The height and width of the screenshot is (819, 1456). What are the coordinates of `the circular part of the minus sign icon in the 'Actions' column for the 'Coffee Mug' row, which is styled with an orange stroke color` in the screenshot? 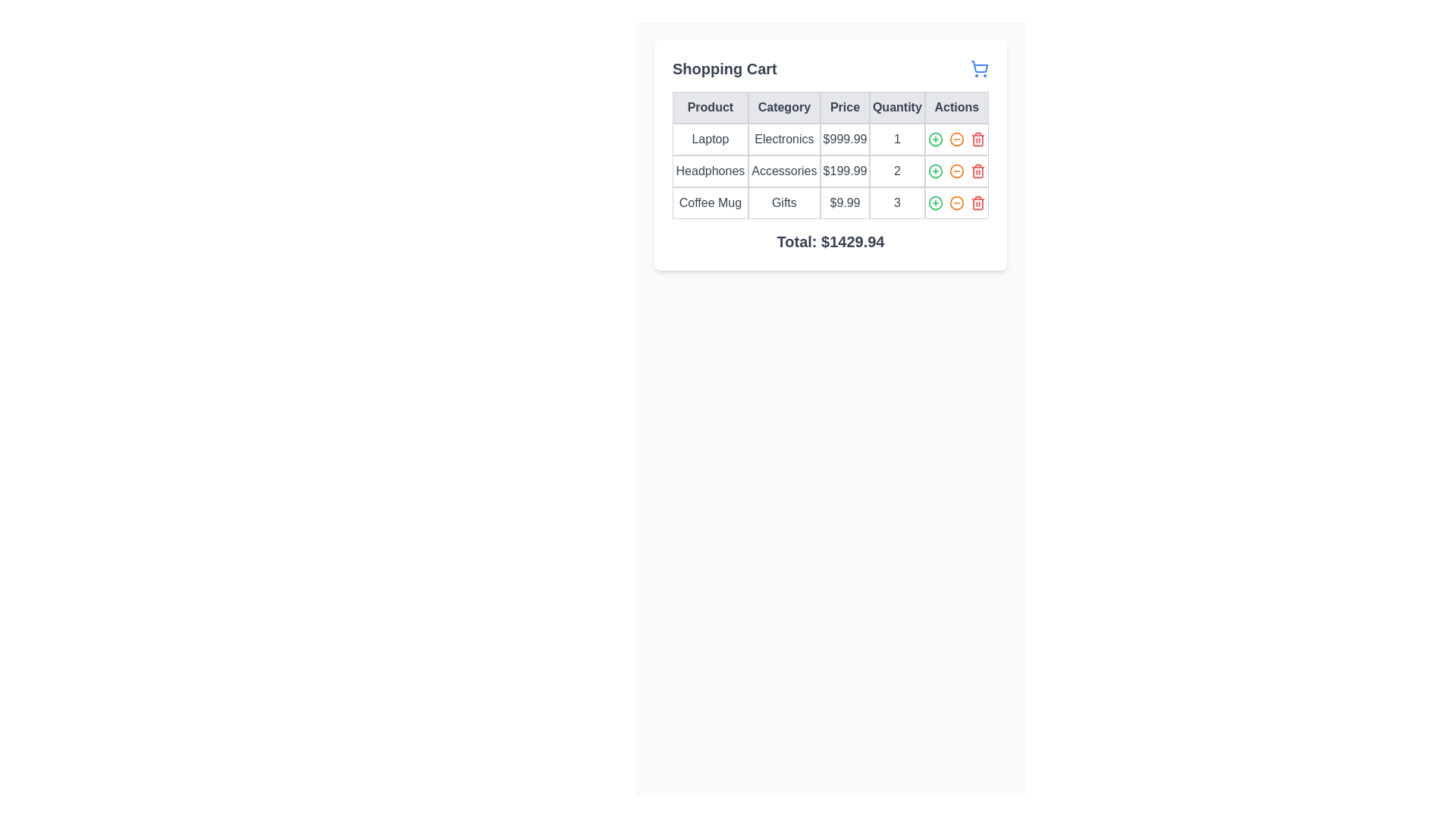 It's located at (955, 140).